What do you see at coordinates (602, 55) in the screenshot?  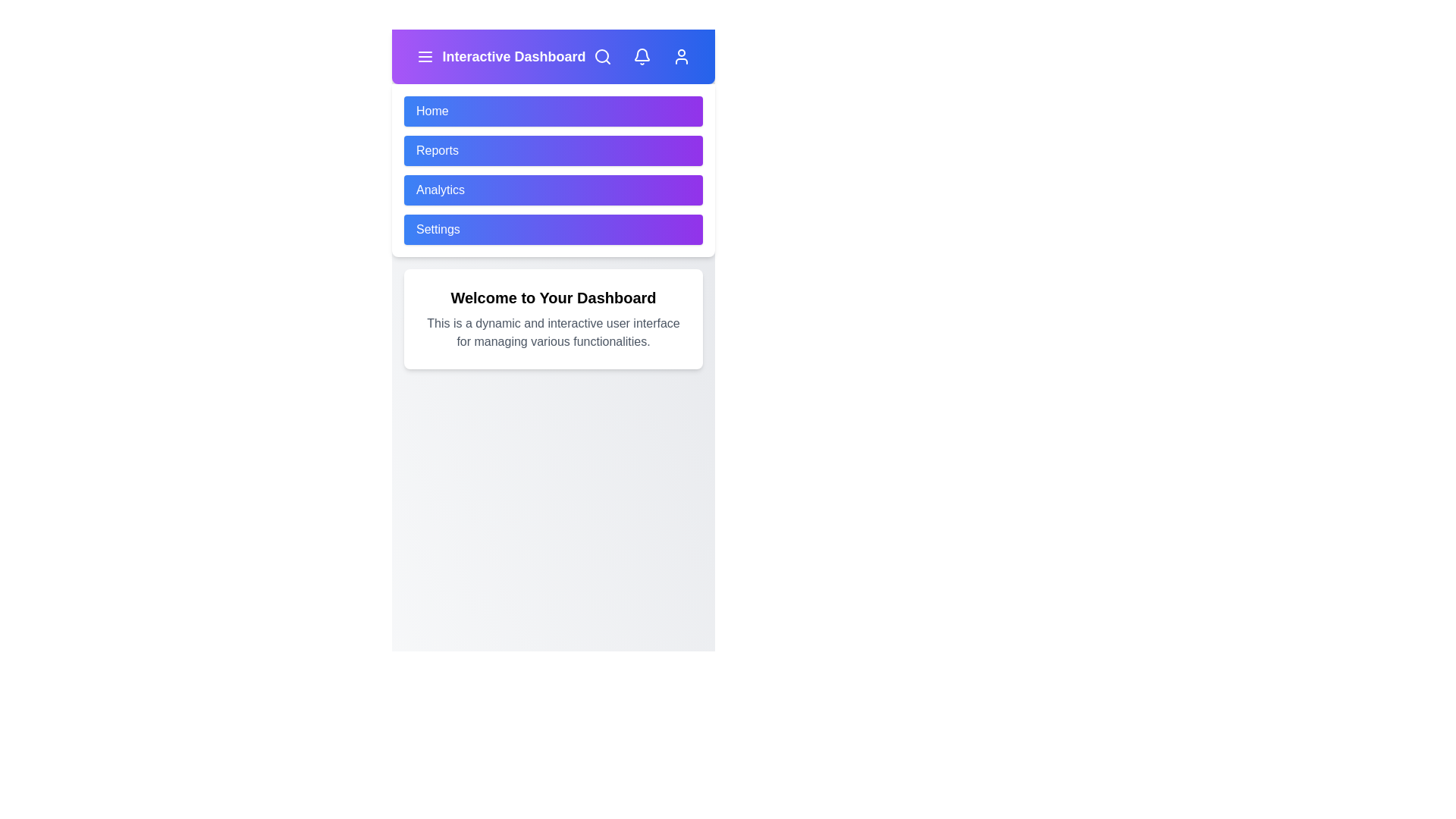 I see `the search button to initiate a search` at bounding box center [602, 55].